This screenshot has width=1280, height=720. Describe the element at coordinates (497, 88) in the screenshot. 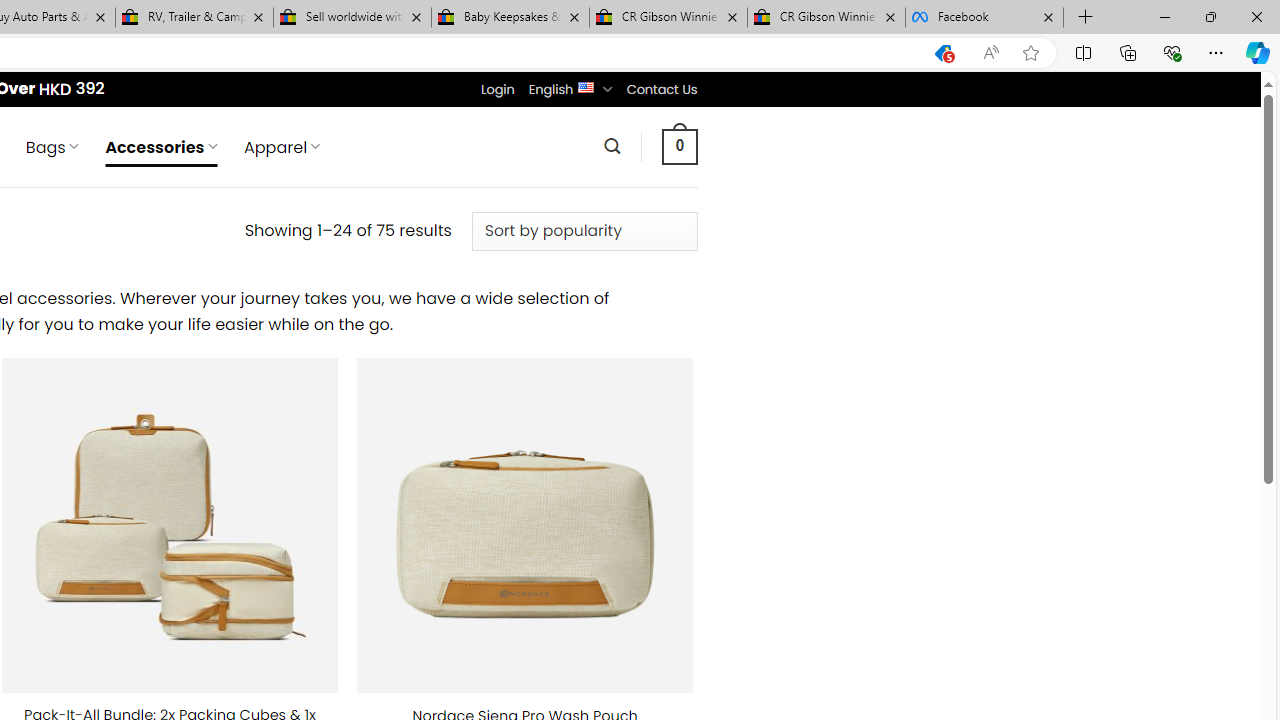

I see `'Login'` at that location.